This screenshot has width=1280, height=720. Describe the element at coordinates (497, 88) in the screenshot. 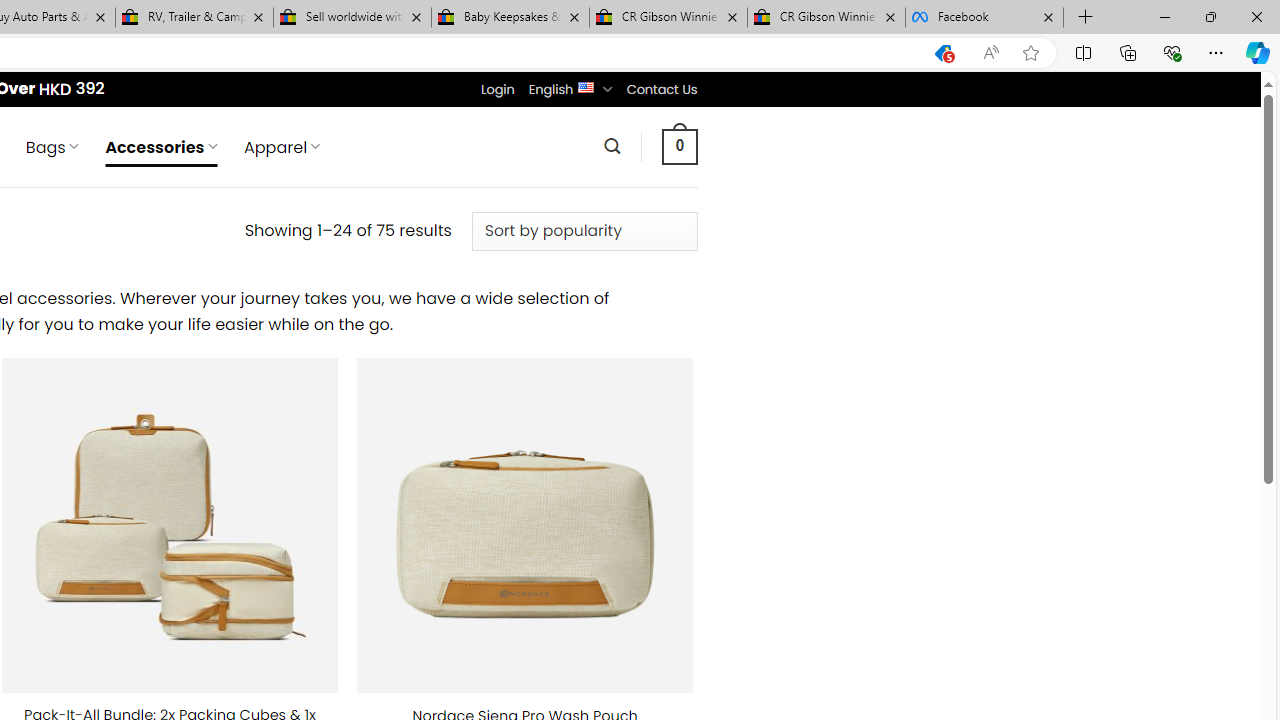

I see `'Login'` at that location.